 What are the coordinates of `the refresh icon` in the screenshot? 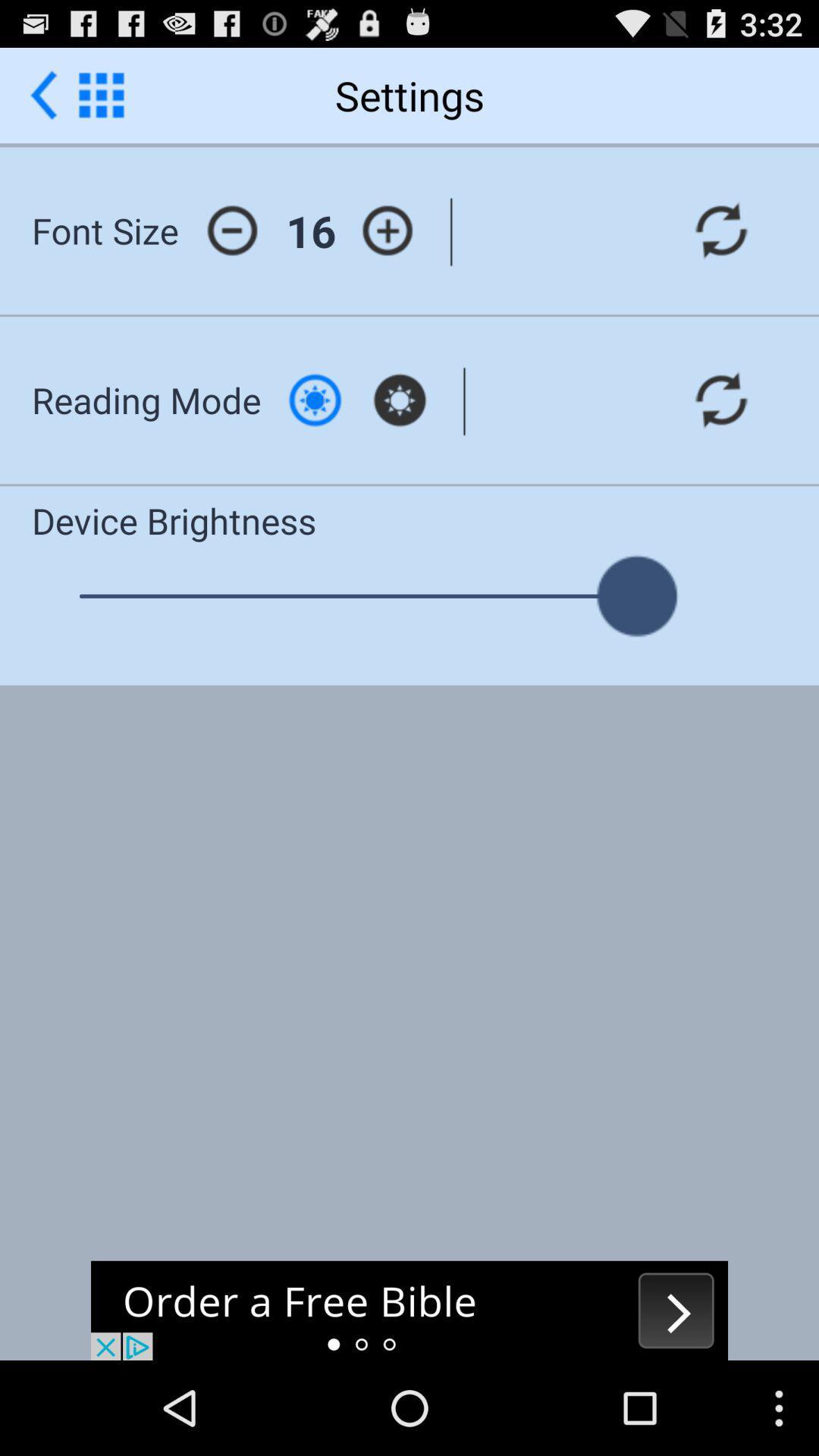 It's located at (720, 246).